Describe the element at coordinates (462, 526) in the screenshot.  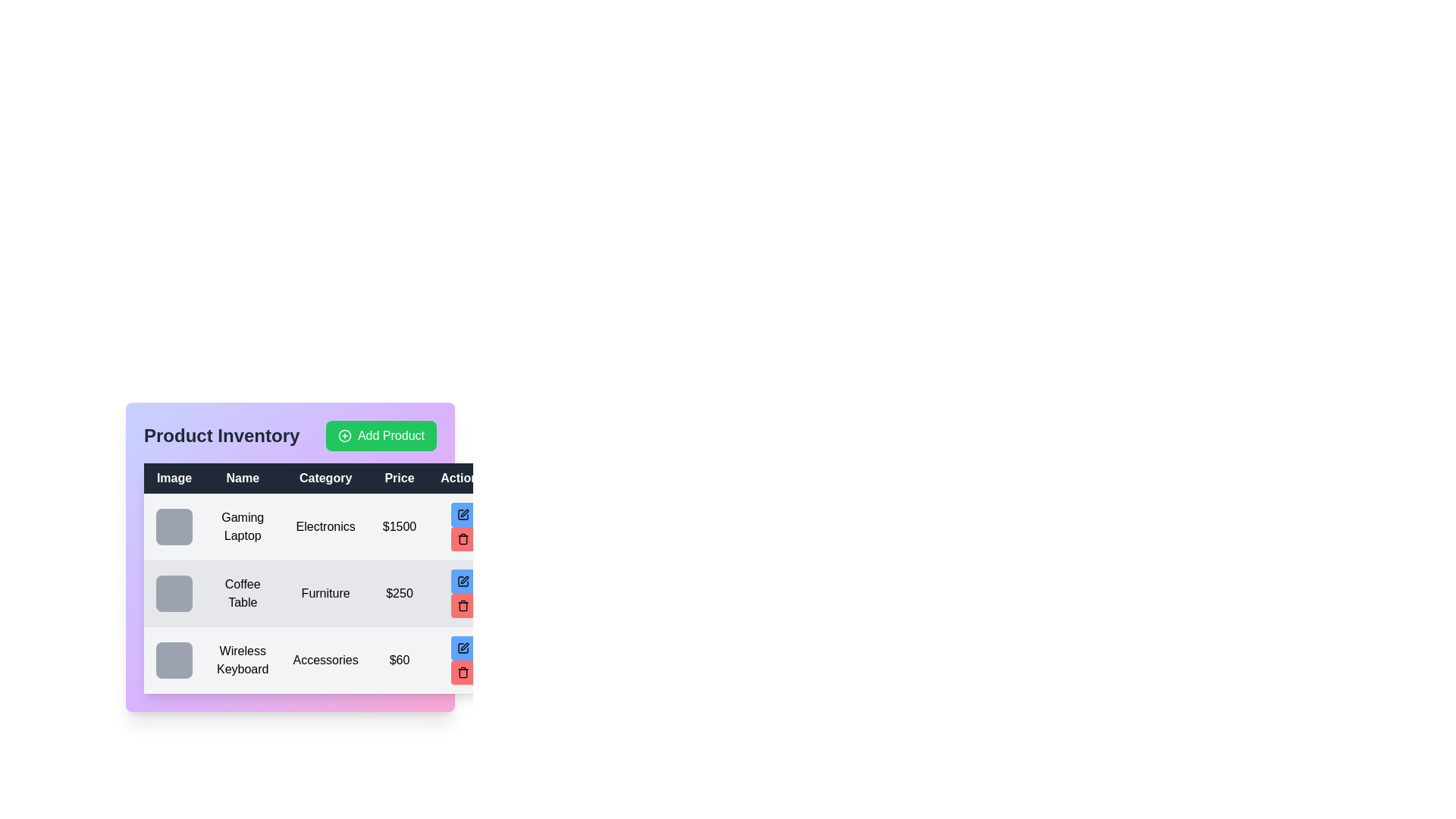
I see `the red button with a black trash can icon in the 'Action' column of the 'Gaming Laptop' entry` at that location.